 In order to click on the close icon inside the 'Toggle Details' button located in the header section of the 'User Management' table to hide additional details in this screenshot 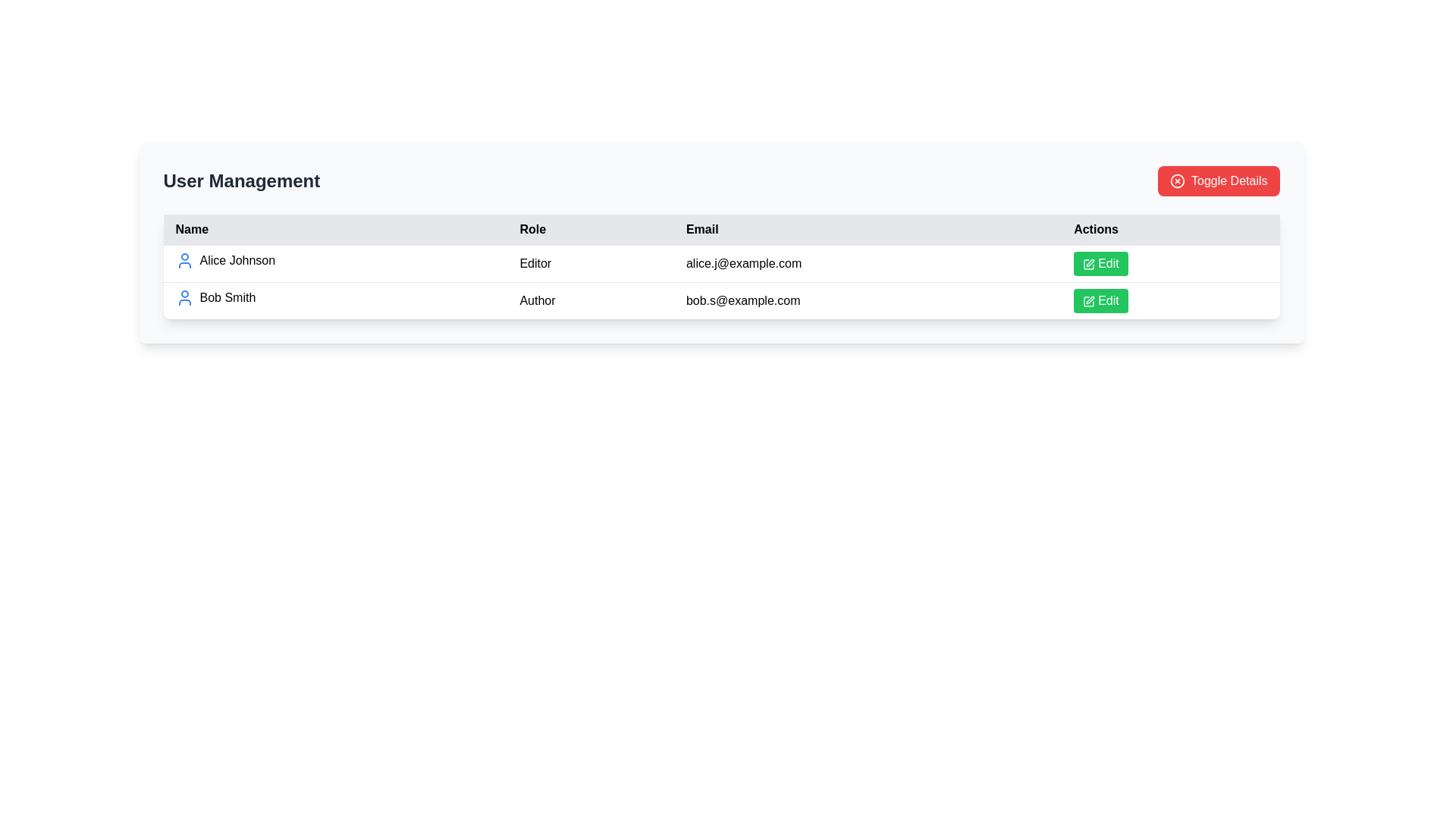, I will do `click(1177, 180)`.